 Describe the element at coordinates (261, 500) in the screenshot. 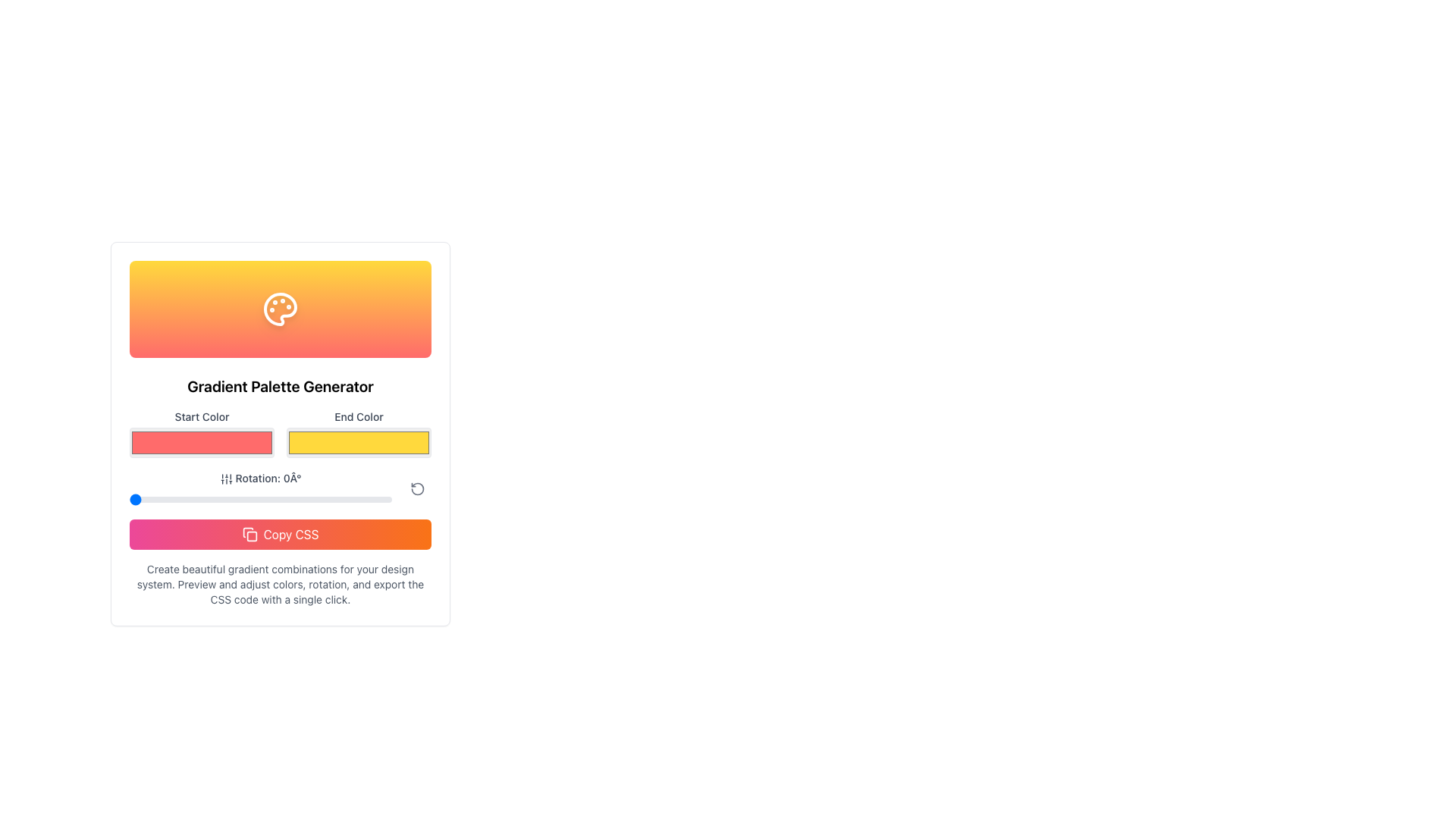

I see `the handle of the horizontal range slider, which is located under the text 'Rotation: 0°'` at that location.